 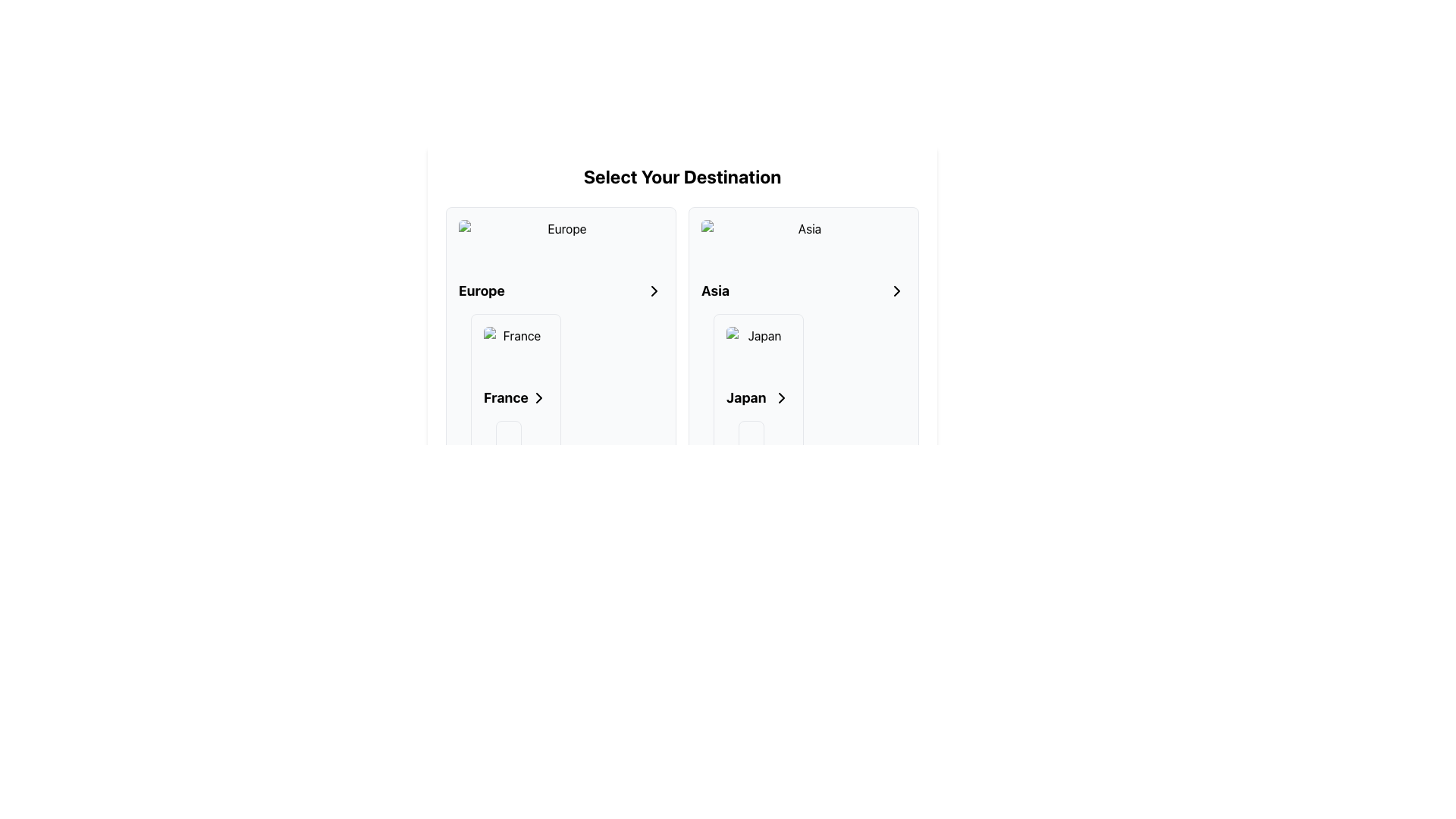 What do you see at coordinates (560, 243) in the screenshot?
I see `the image located at the top of the Europe card, which is the leftmost card in the Select Your Destination grid` at bounding box center [560, 243].